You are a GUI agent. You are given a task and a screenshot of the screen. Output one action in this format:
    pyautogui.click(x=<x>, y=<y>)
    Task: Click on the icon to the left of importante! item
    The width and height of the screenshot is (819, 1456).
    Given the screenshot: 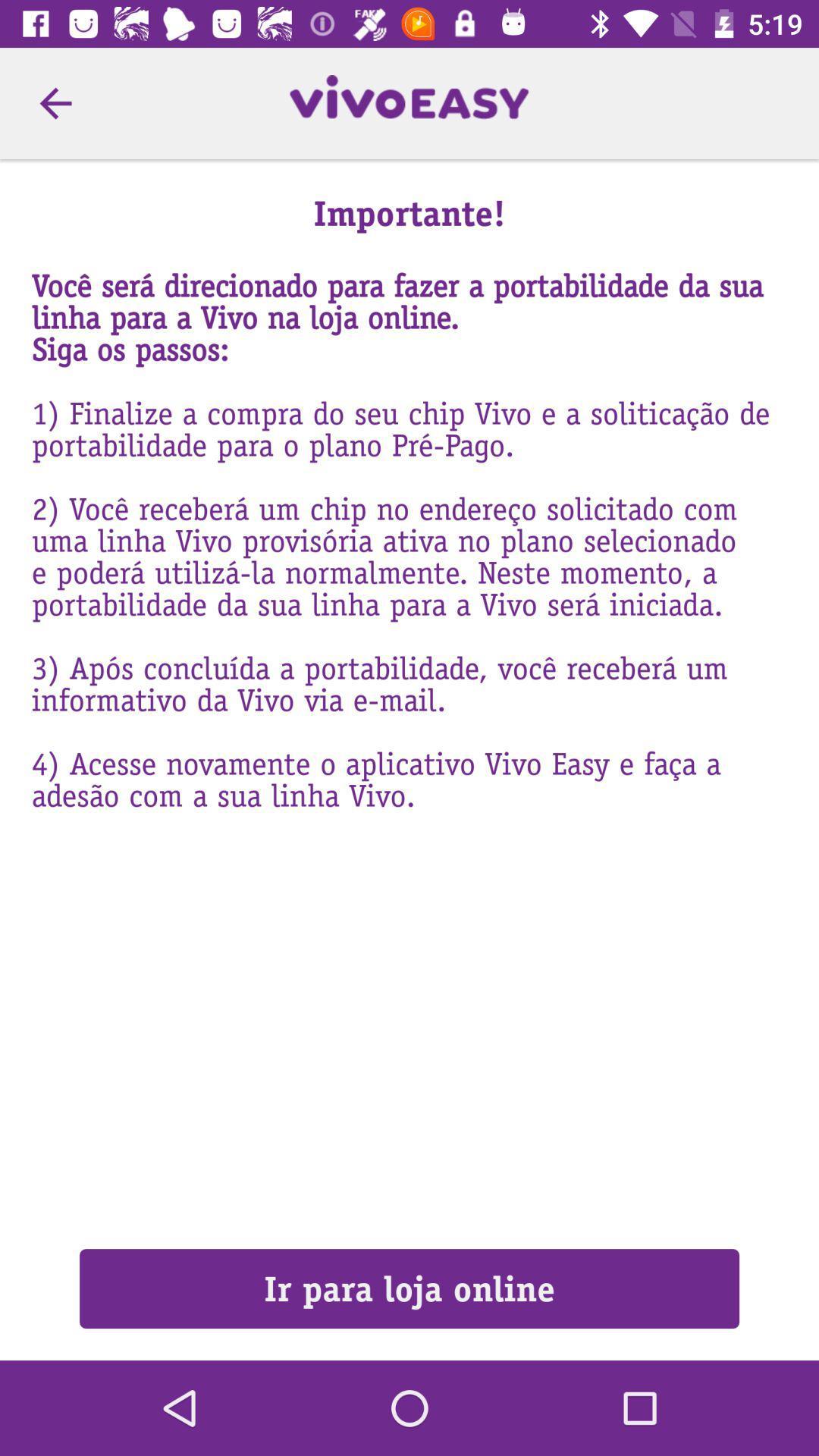 What is the action you would take?
    pyautogui.click(x=55, y=102)
    